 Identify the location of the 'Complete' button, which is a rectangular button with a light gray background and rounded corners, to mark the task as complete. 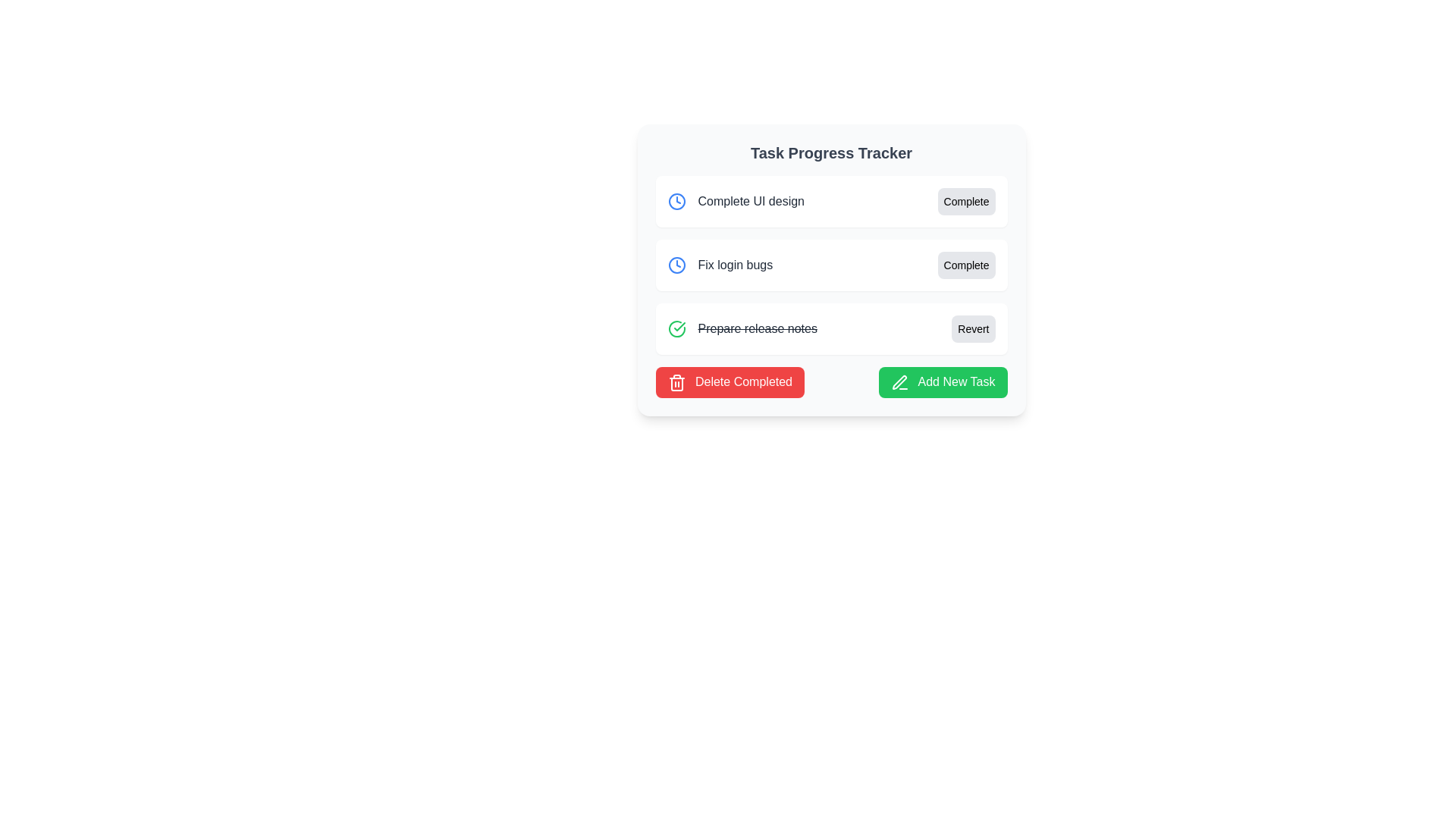
(965, 201).